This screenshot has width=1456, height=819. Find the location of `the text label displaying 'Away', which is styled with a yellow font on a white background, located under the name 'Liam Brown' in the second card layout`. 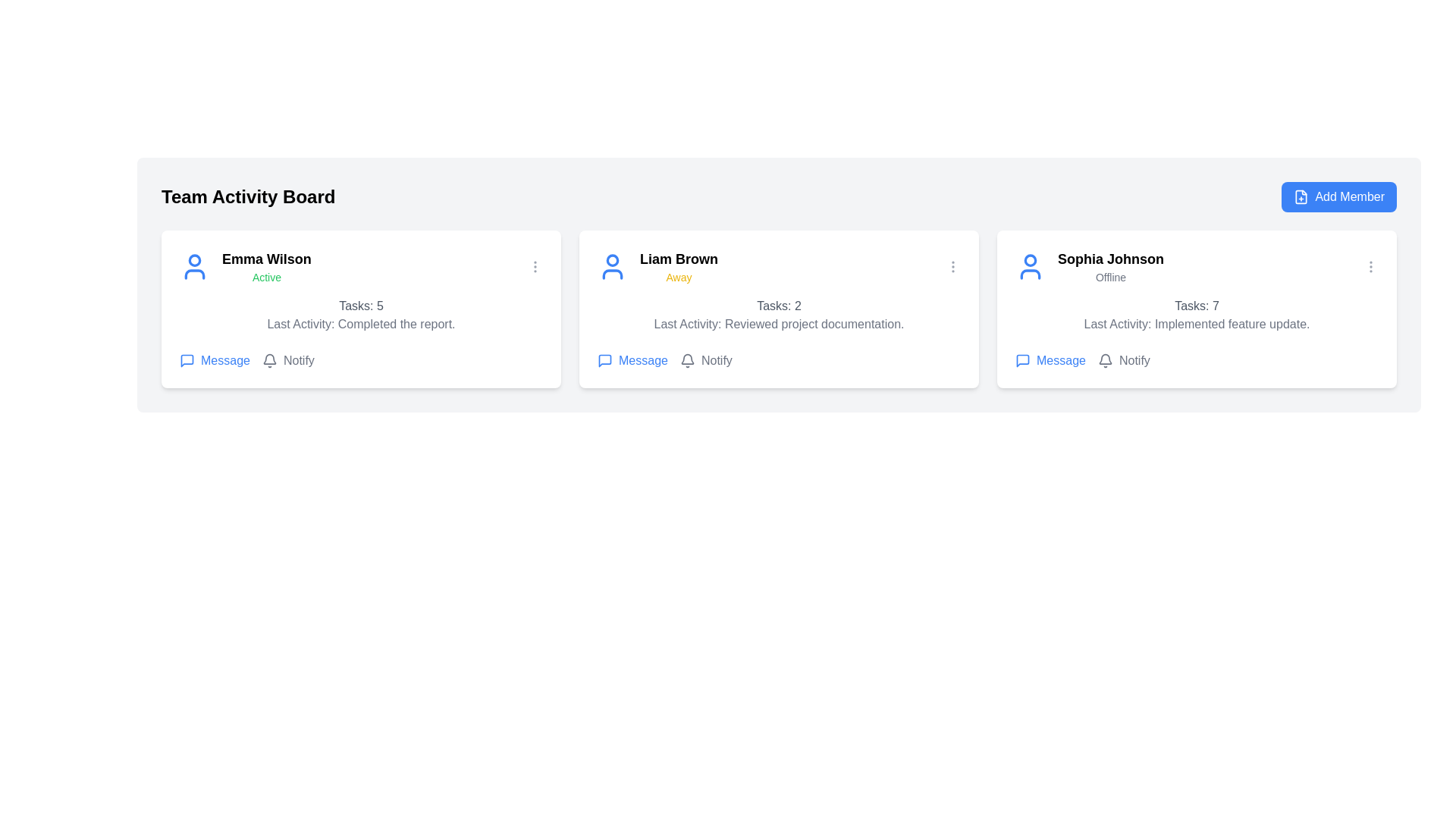

the text label displaying 'Away', which is styled with a yellow font on a white background, located under the name 'Liam Brown' in the second card layout is located at coordinates (678, 278).